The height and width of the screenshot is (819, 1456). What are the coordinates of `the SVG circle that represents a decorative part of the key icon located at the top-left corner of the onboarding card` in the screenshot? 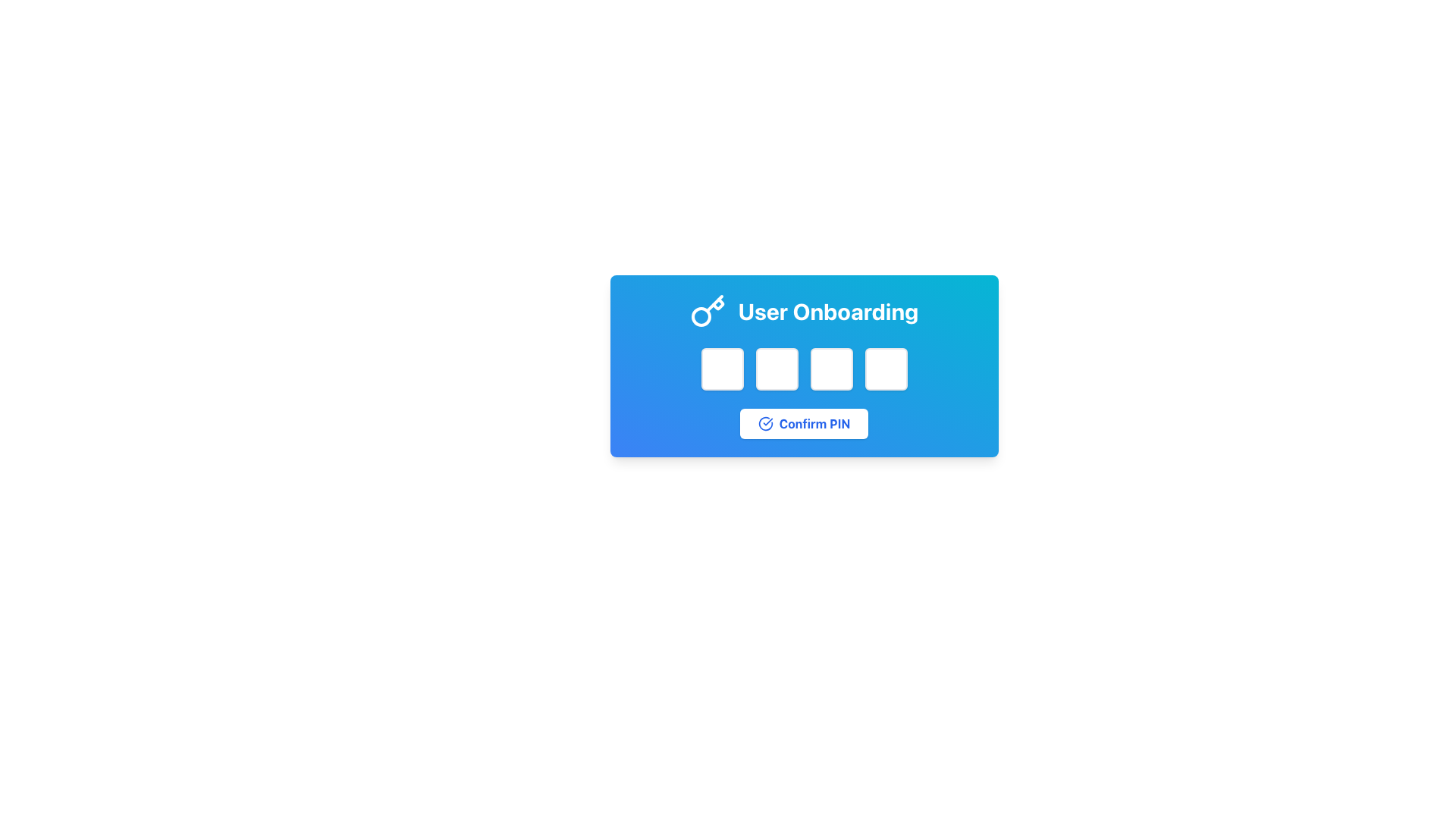 It's located at (700, 315).